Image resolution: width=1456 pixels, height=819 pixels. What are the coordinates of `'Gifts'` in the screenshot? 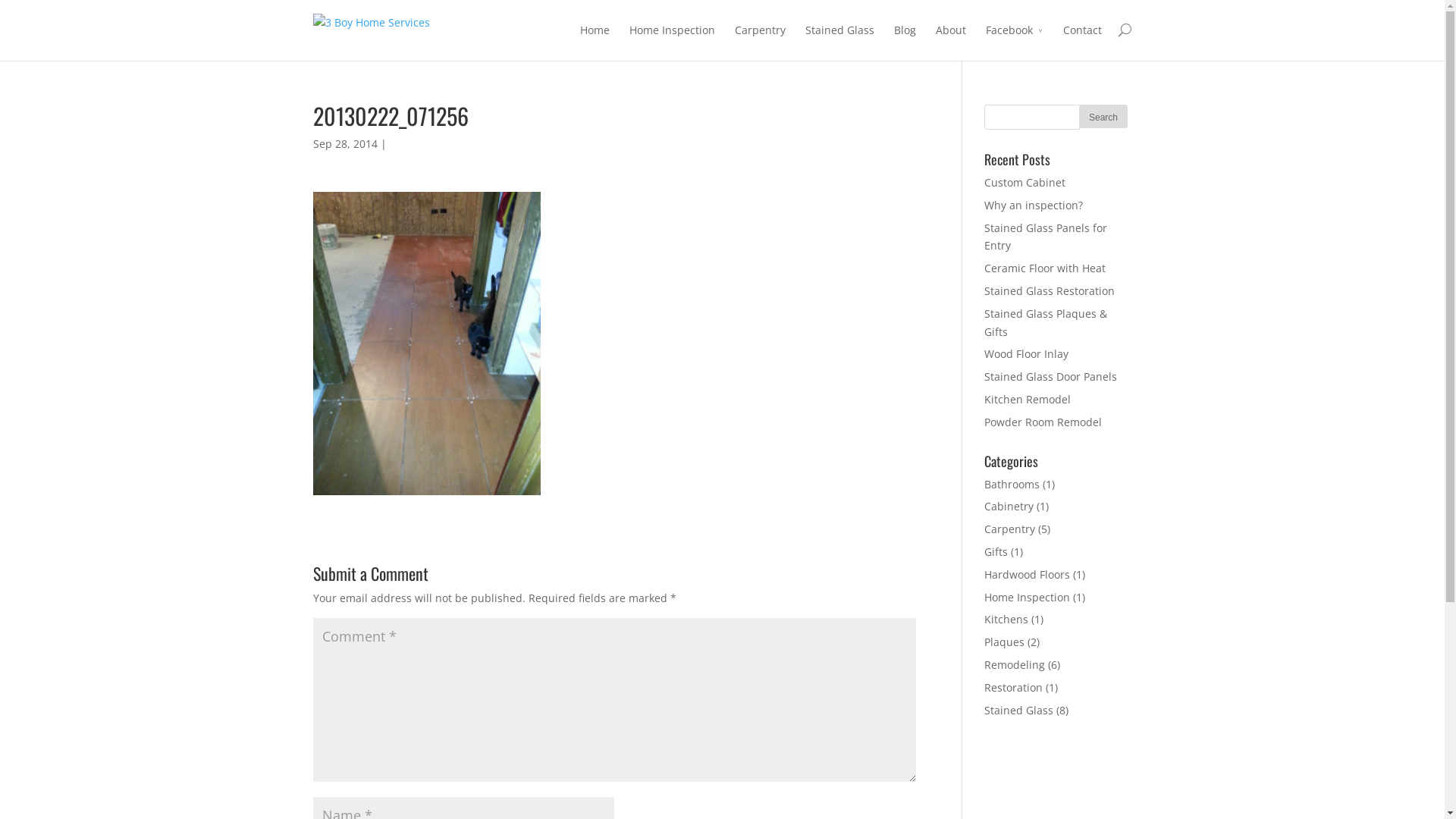 It's located at (996, 551).